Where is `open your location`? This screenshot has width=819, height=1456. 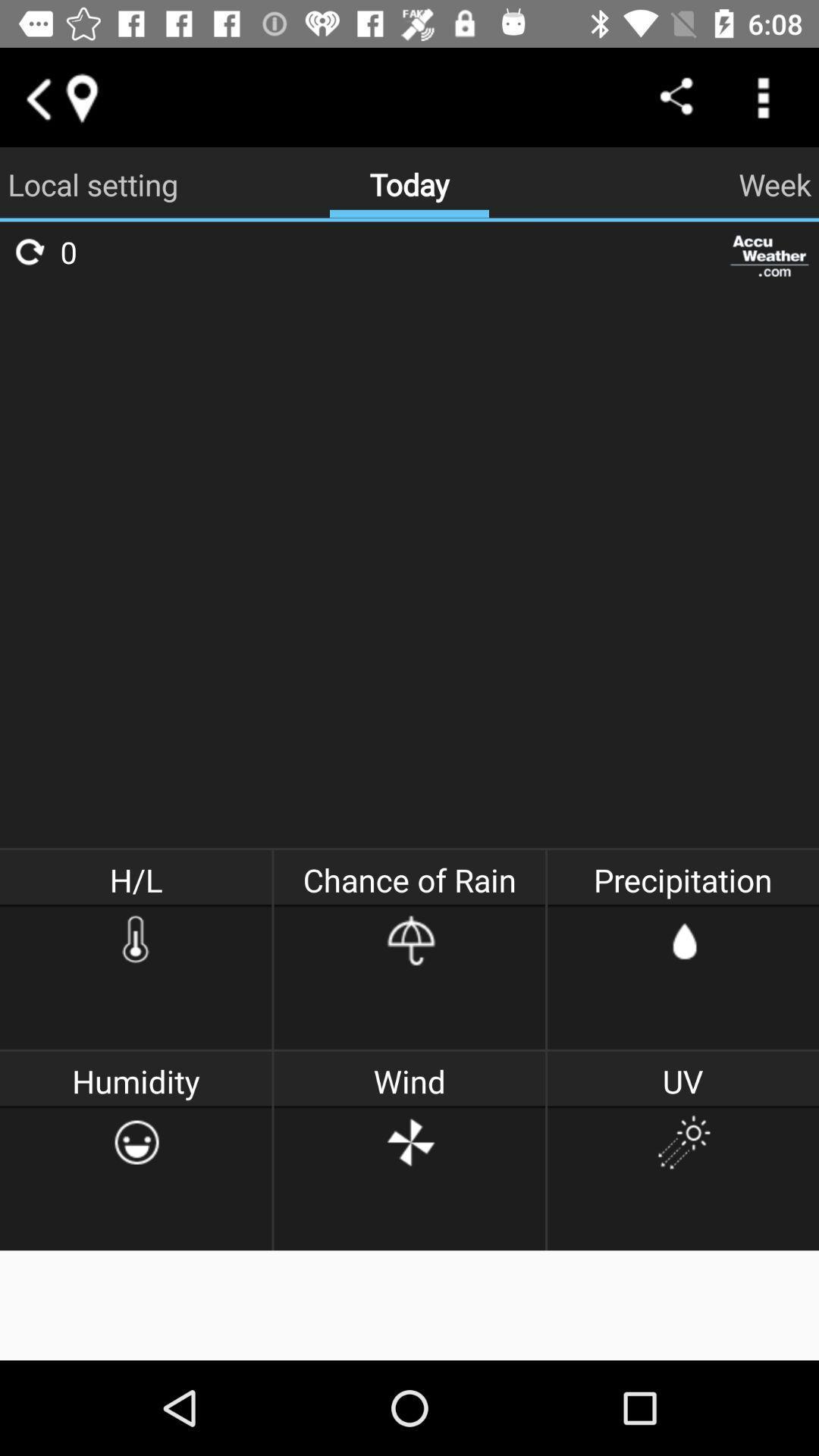
open your location is located at coordinates (81, 96).